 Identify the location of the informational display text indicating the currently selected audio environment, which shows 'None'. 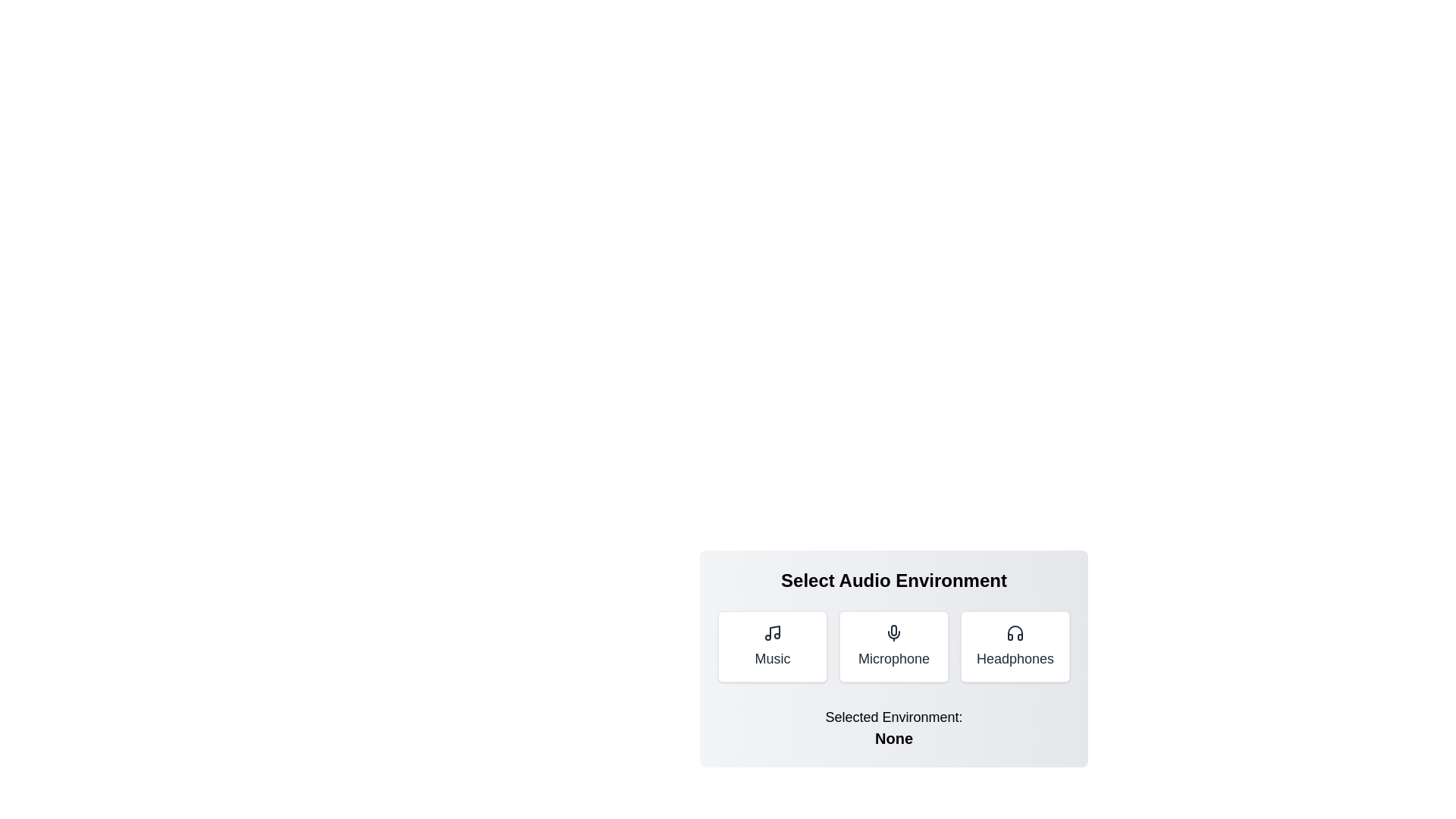
(894, 727).